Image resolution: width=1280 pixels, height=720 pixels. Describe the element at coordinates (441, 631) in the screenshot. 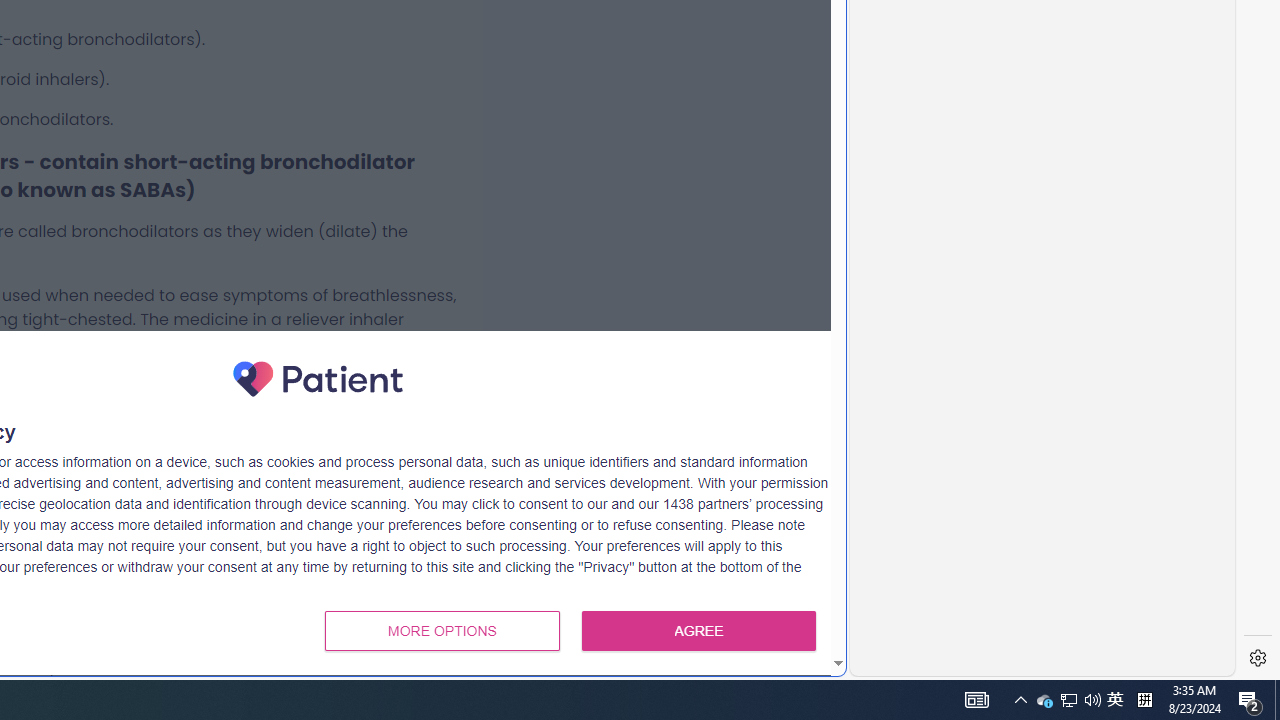

I see `'MORE OPTIONS'` at that location.